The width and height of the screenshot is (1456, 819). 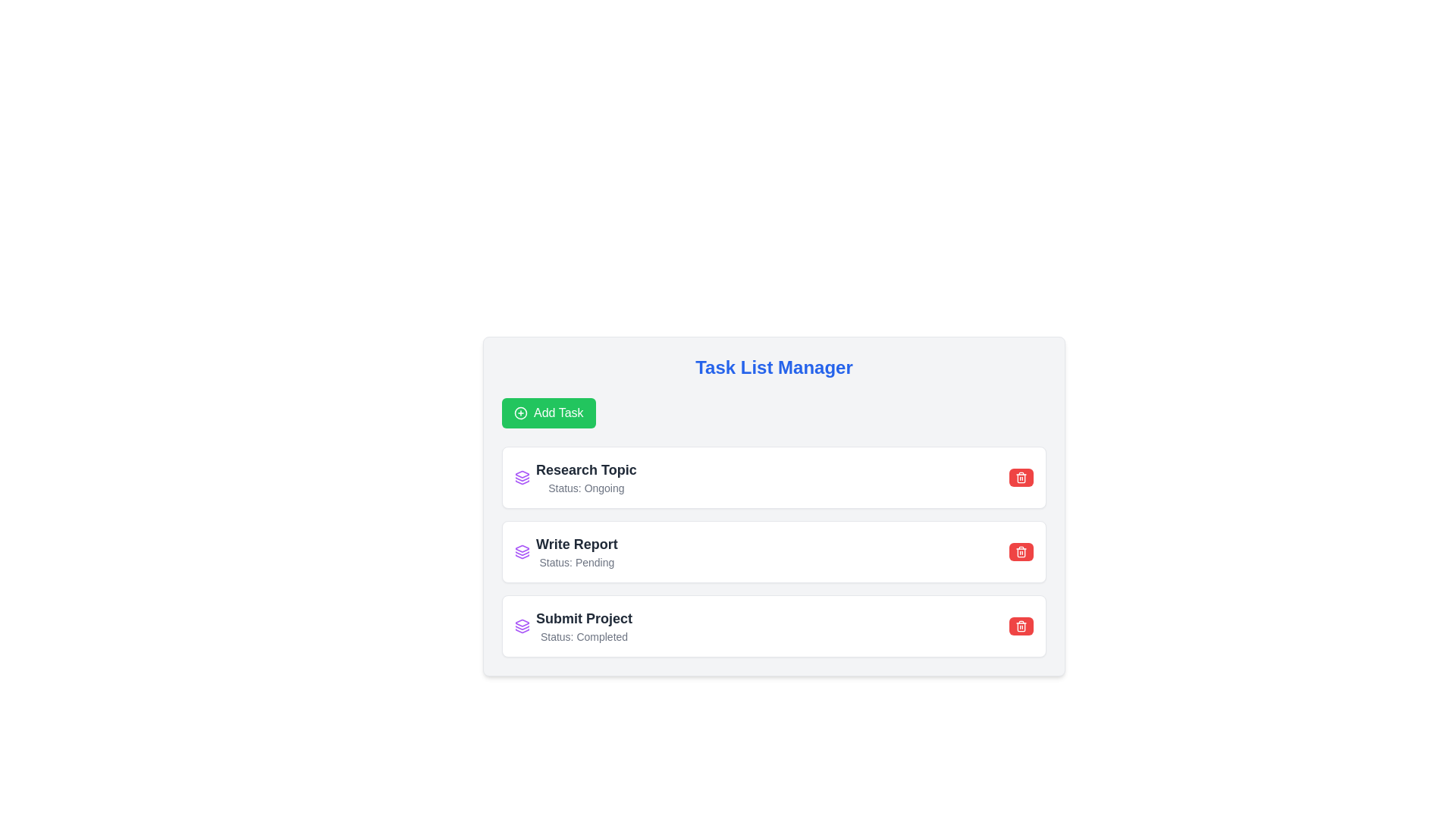 I want to click on the 'Write Report' task icon located at the far left of the task entry, adjacent to the 'Write Report' title and 'Pending' status, so click(x=522, y=552).